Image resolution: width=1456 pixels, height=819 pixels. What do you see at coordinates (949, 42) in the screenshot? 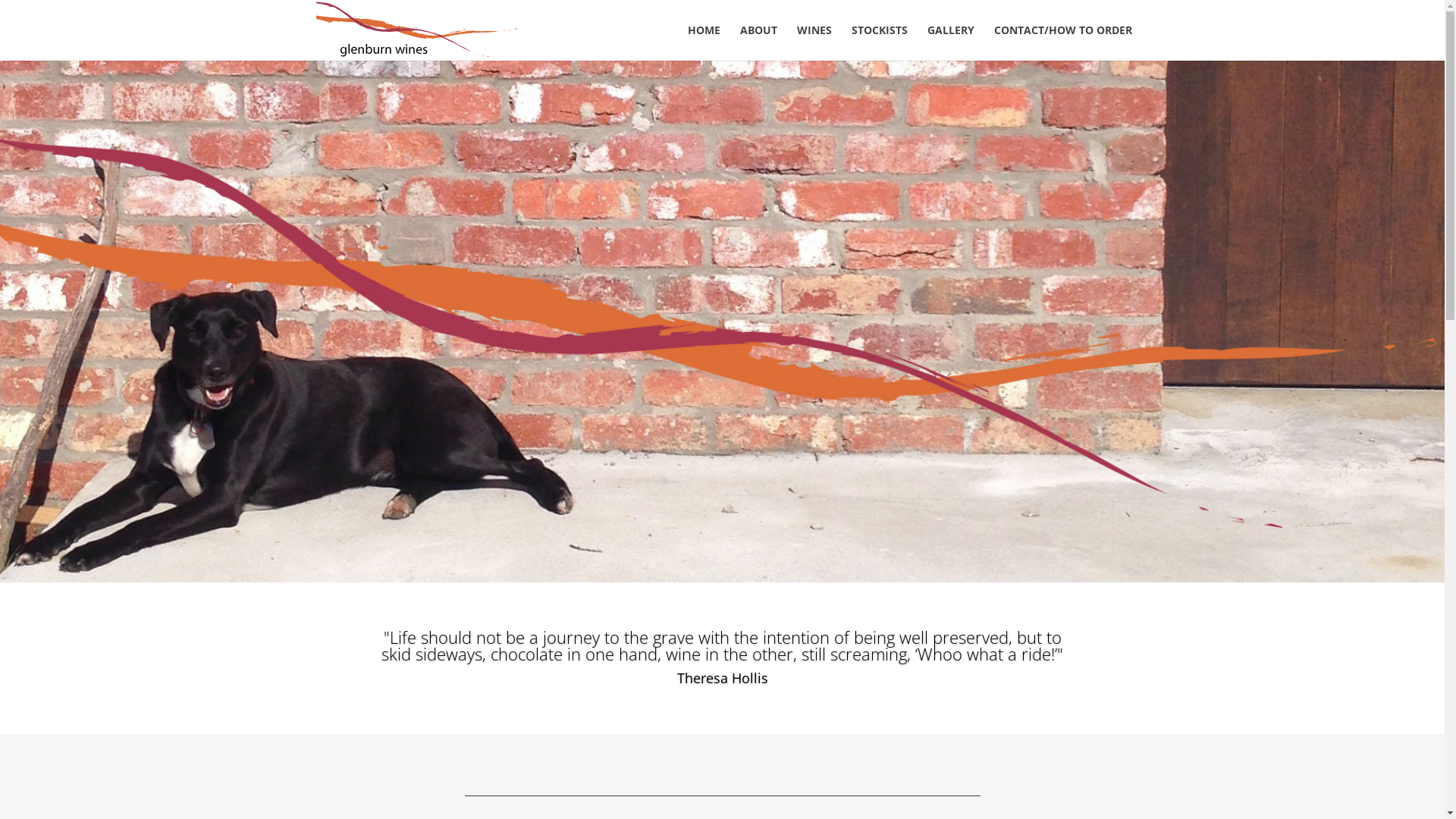
I see `'GALLERY'` at bounding box center [949, 42].